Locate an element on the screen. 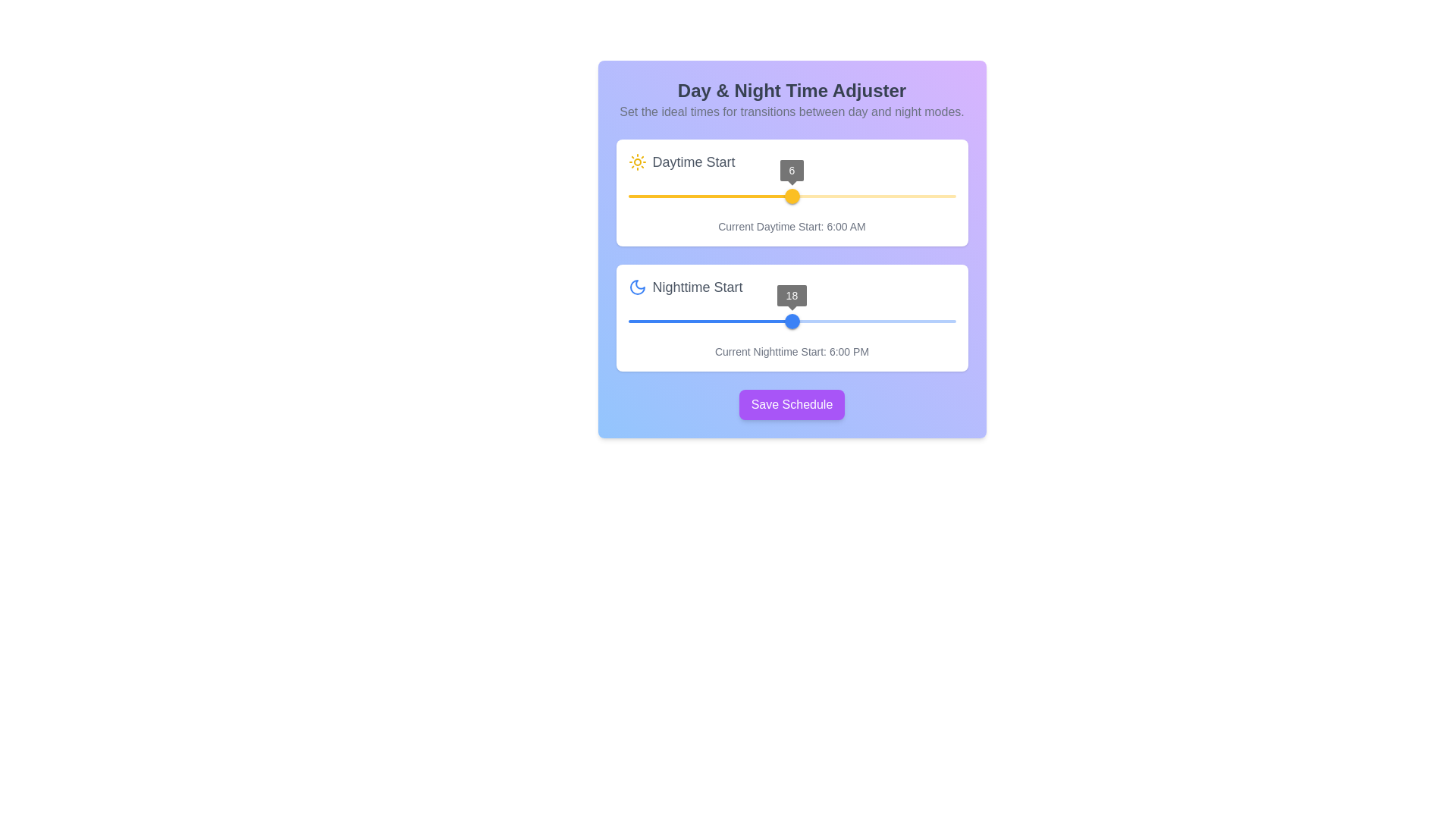 The width and height of the screenshot is (1456, 819). the text label displaying 'Current Daytime Start: 6:00 AM' located below the 'Daytime Start' slider is located at coordinates (791, 227).